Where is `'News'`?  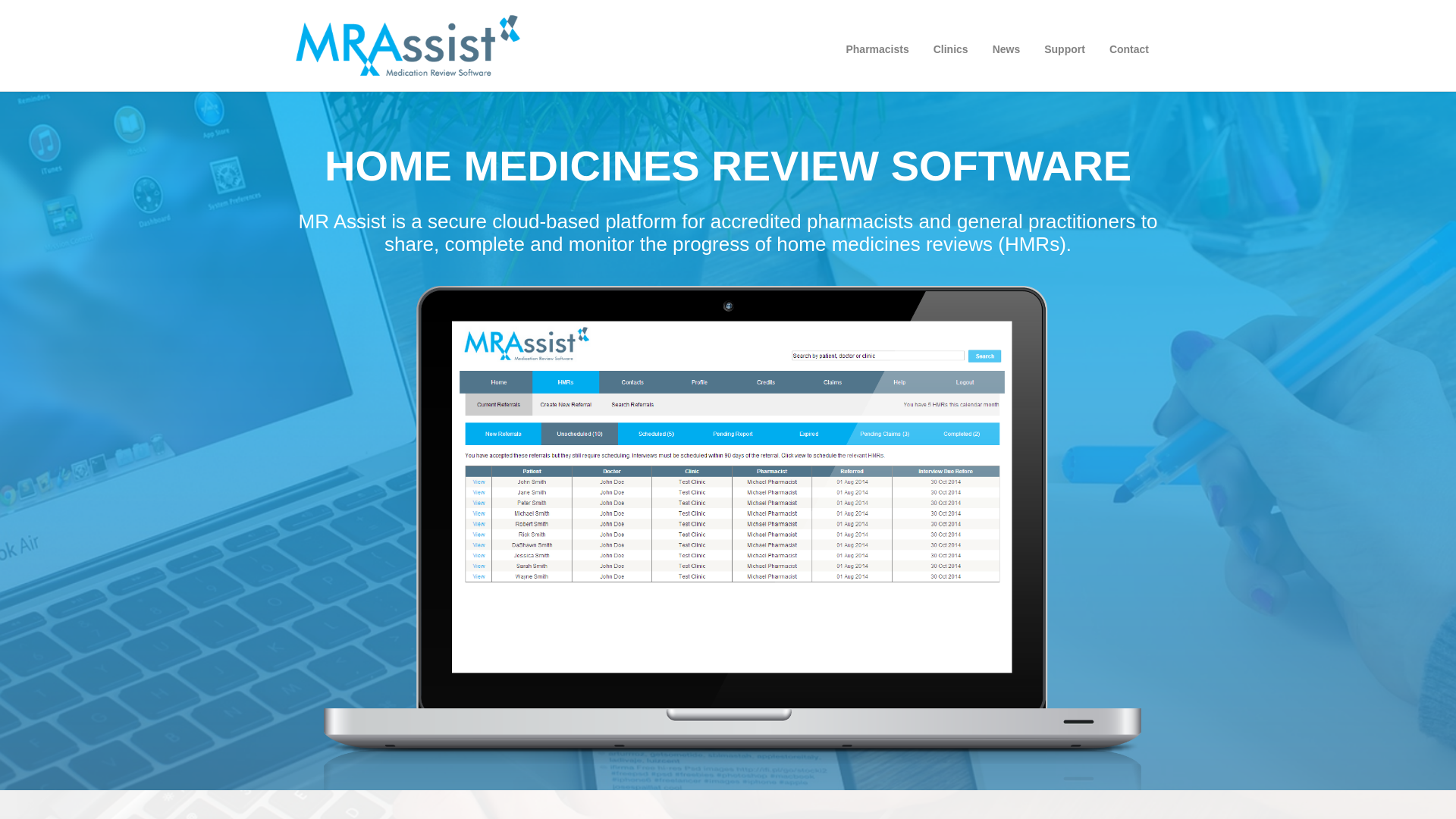
'News' is located at coordinates (1006, 49).